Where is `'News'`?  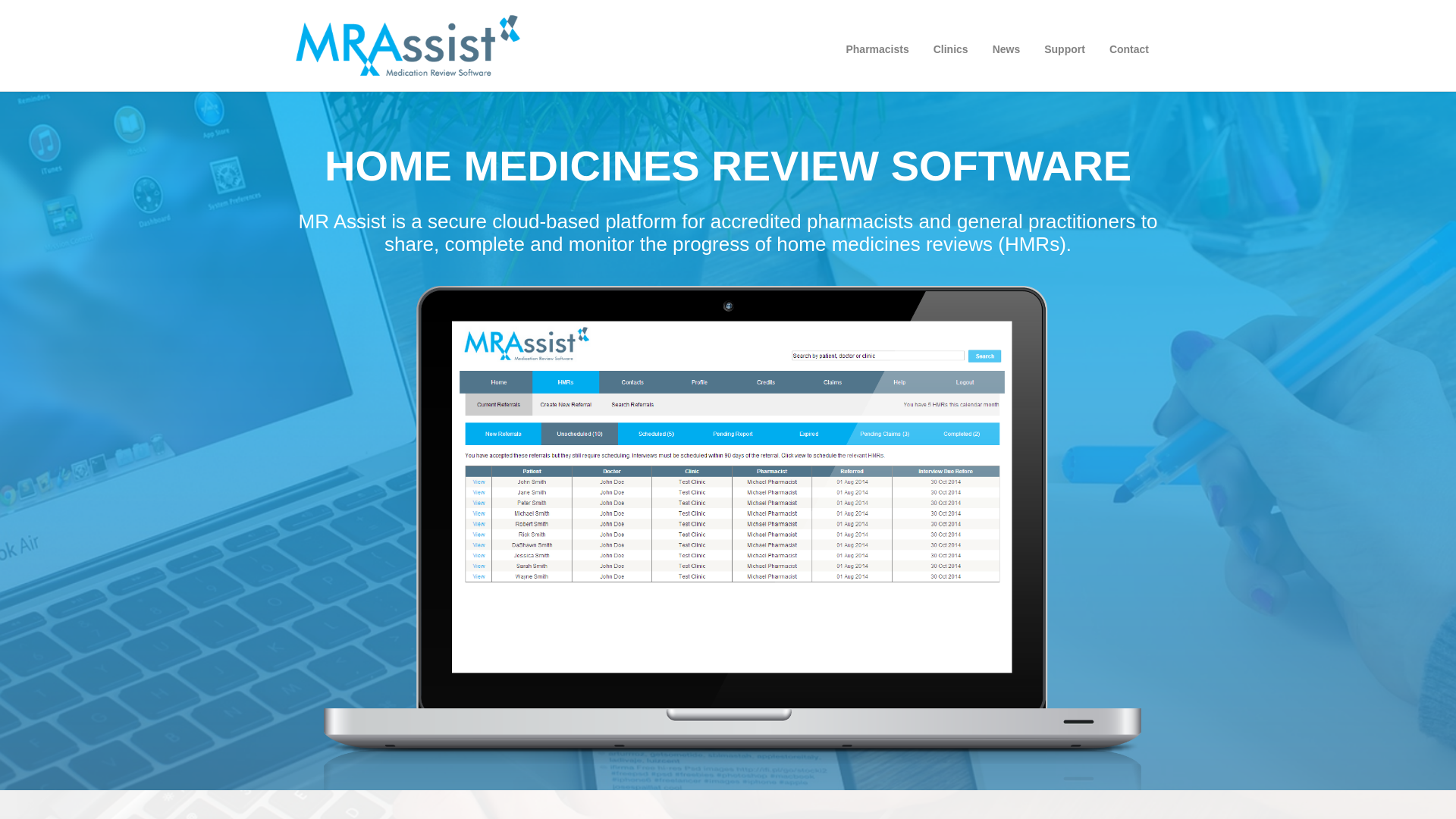
'News' is located at coordinates (1006, 49).